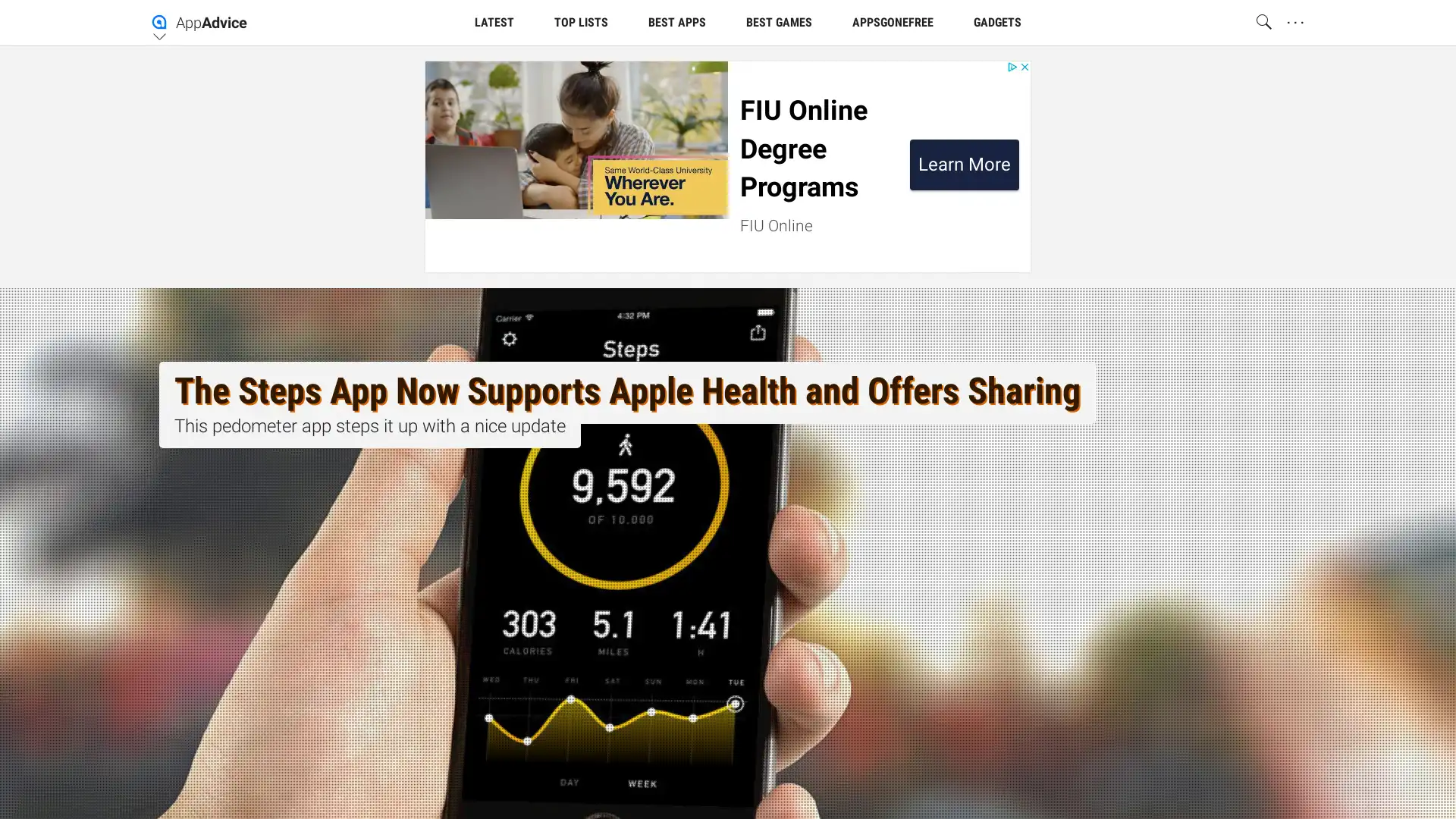 The height and width of the screenshot is (819, 1456). Describe the element at coordinates (508, 143) in the screenshot. I see `Articles` at that location.